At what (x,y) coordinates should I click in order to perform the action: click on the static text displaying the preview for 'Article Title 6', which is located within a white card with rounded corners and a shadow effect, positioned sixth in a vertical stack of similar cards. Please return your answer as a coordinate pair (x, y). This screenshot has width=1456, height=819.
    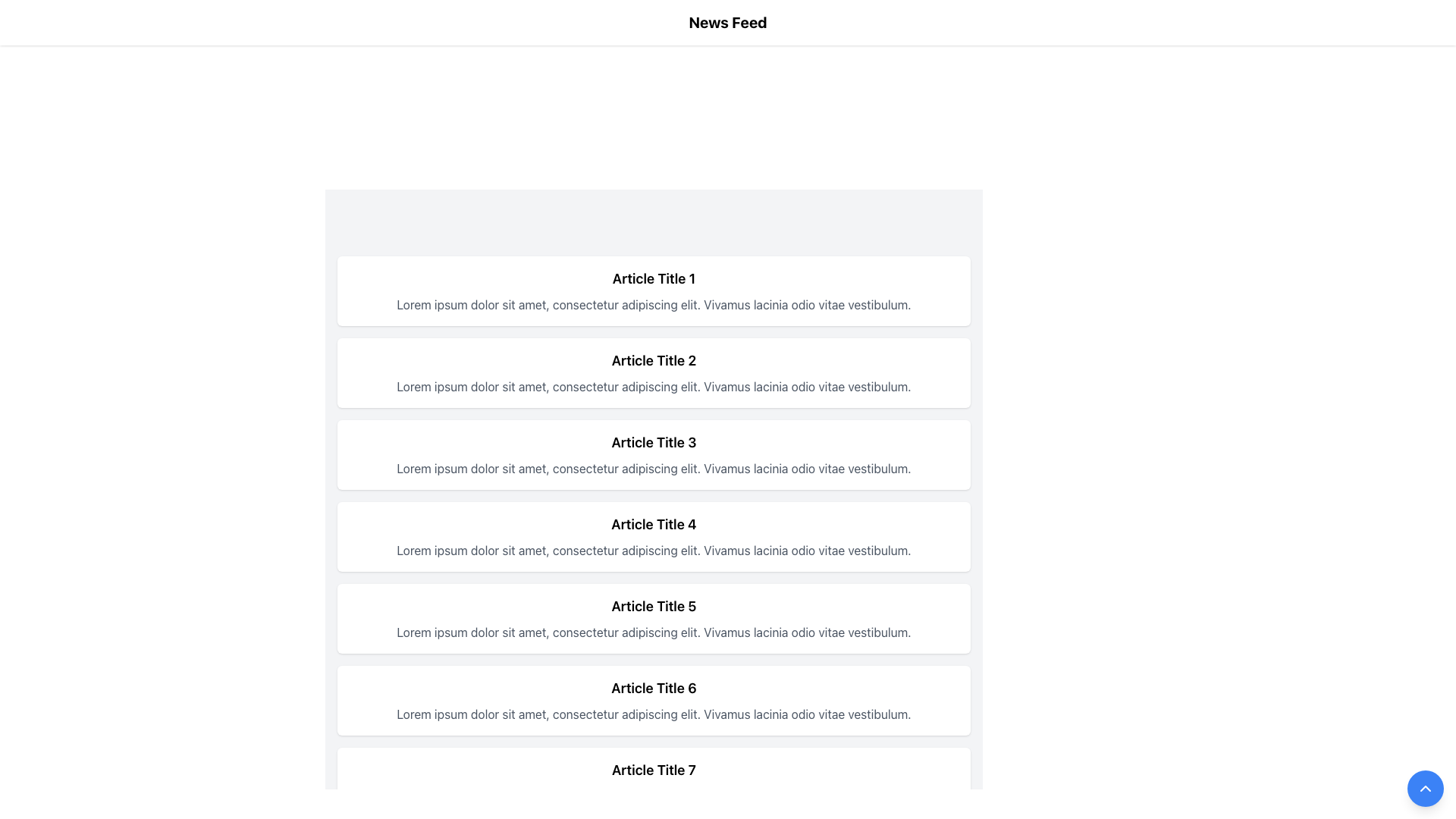
    Looking at the image, I should click on (654, 714).